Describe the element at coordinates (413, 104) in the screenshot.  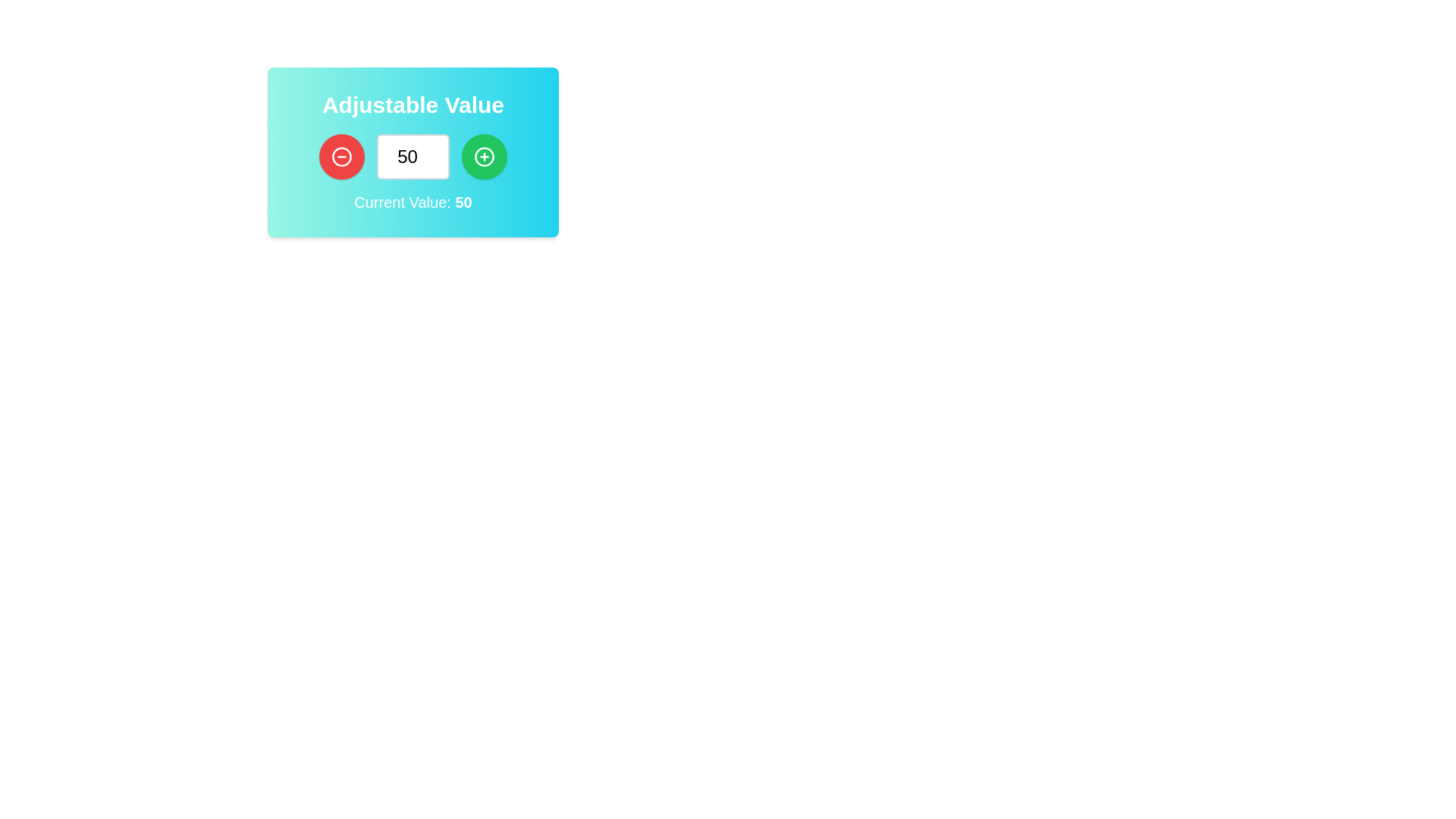
I see `the heading text that reads 'Adjustable Value', which is bold, large, and white, located at the top of the interface with a teal to cyan gradient background` at that location.